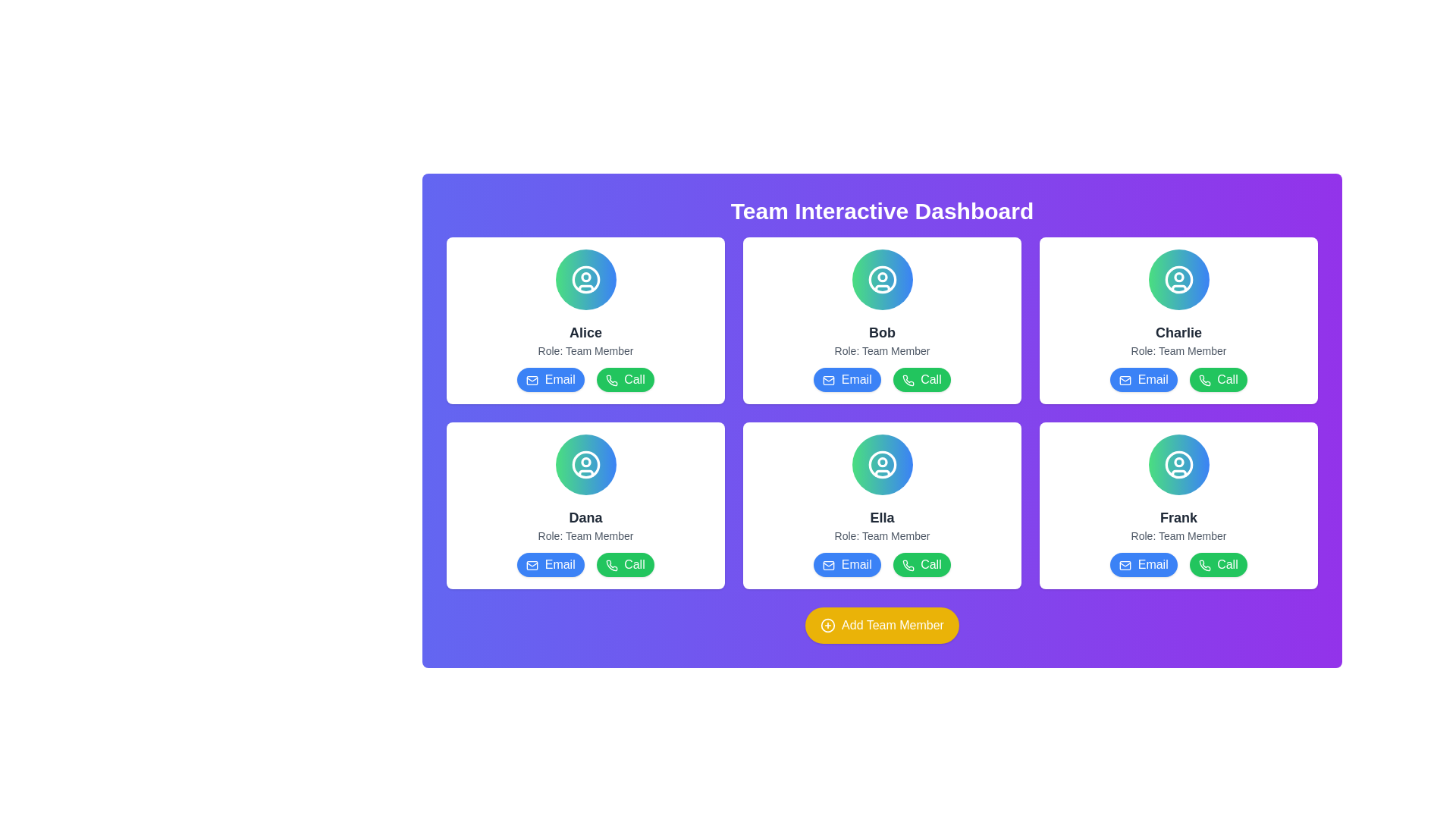 The height and width of the screenshot is (819, 1456). Describe the element at coordinates (828, 565) in the screenshot. I see `the 'Email' button which features a minimalist envelope icon within a blue button in the profile card for the user 'Ella'` at that location.